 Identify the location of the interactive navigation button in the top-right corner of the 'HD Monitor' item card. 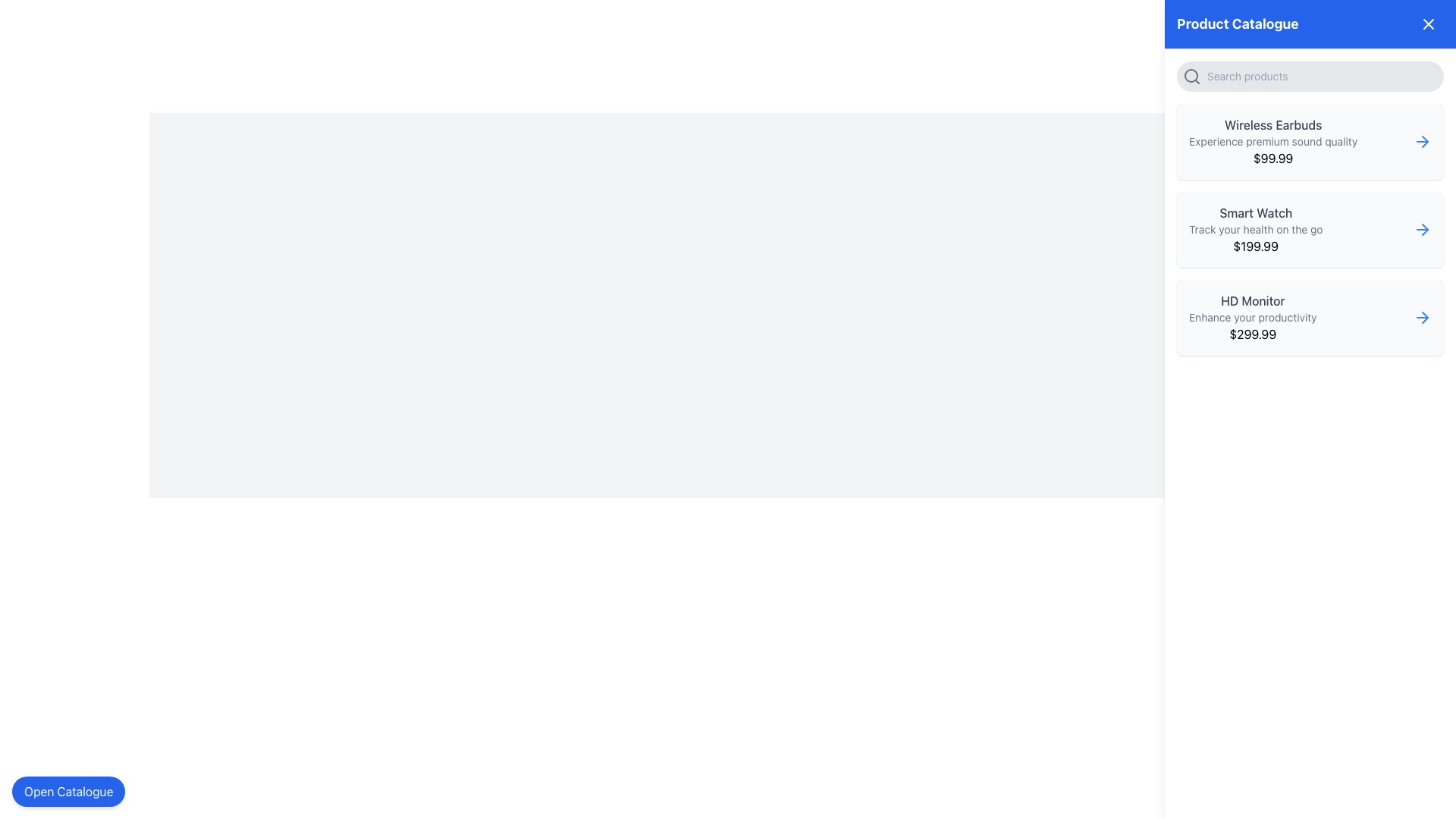
(1422, 317).